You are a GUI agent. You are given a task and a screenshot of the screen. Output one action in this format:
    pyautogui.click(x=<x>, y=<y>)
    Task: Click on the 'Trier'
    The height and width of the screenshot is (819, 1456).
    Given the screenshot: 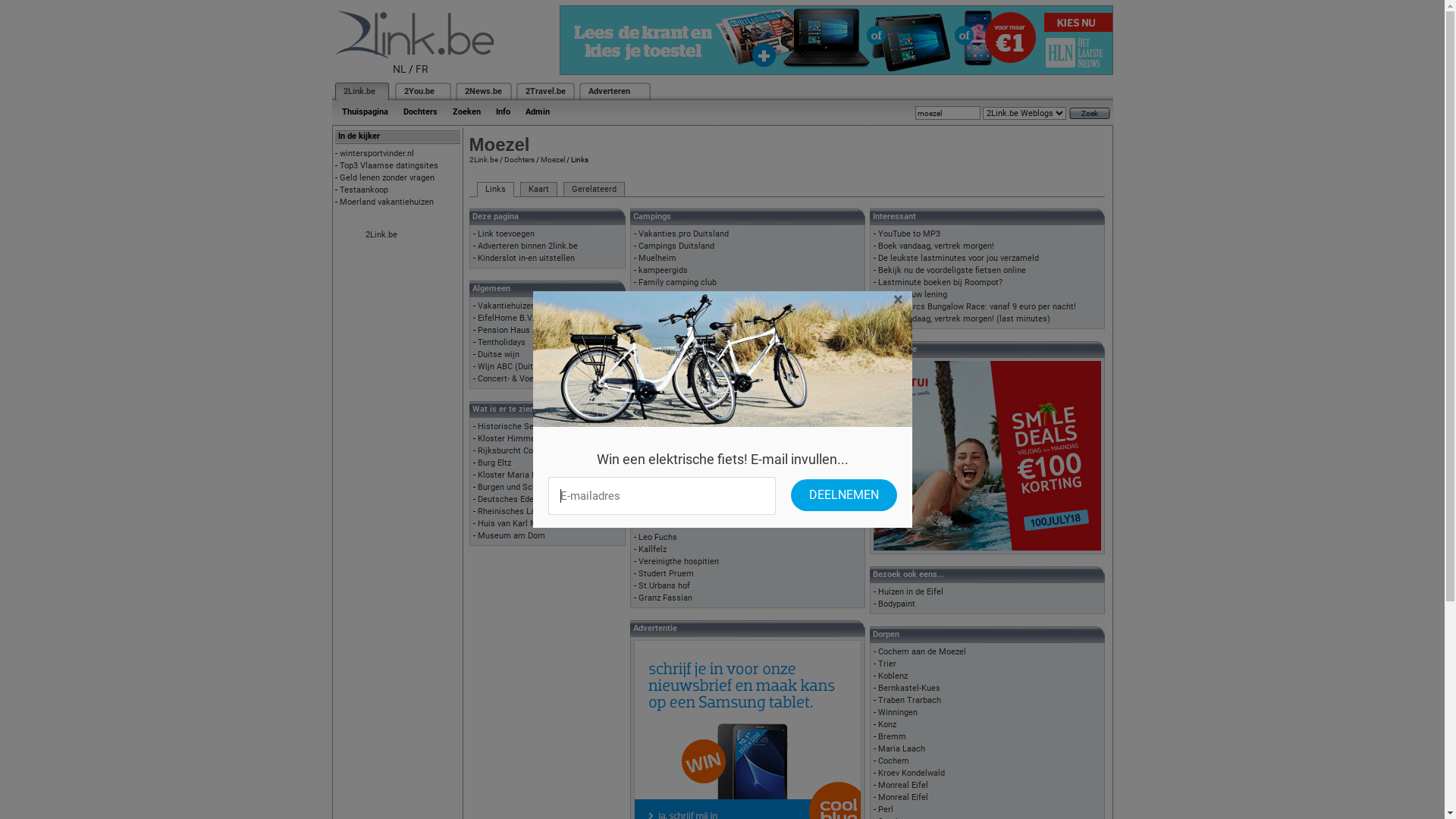 What is the action you would take?
    pyautogui.click(x=877, y=663)
    